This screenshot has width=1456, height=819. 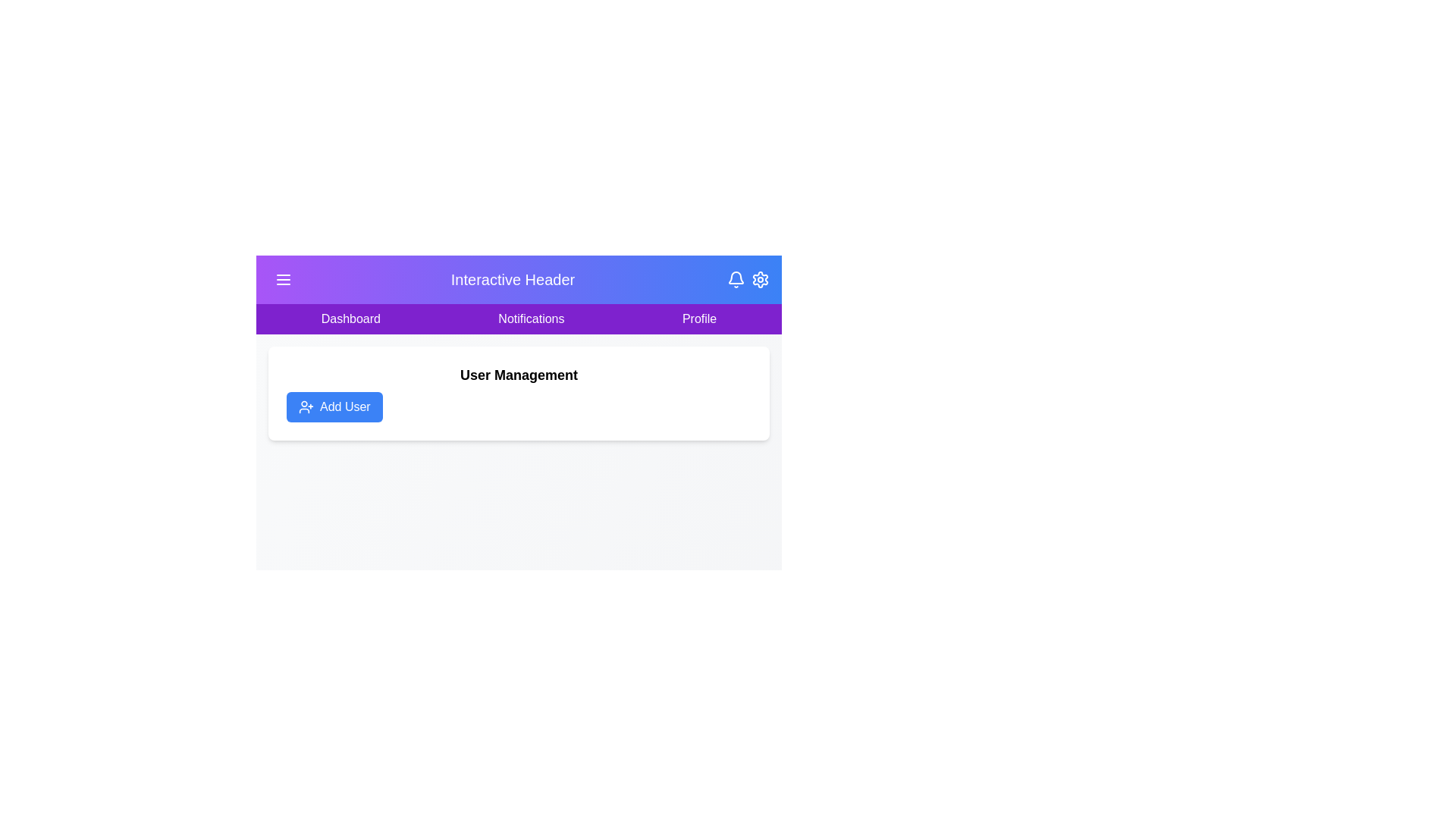 What do you see at coordinates (531, 318) in the screenshot?
I see `the Notifications tab to navigate to the respective section` at bounding box center [531, 318].